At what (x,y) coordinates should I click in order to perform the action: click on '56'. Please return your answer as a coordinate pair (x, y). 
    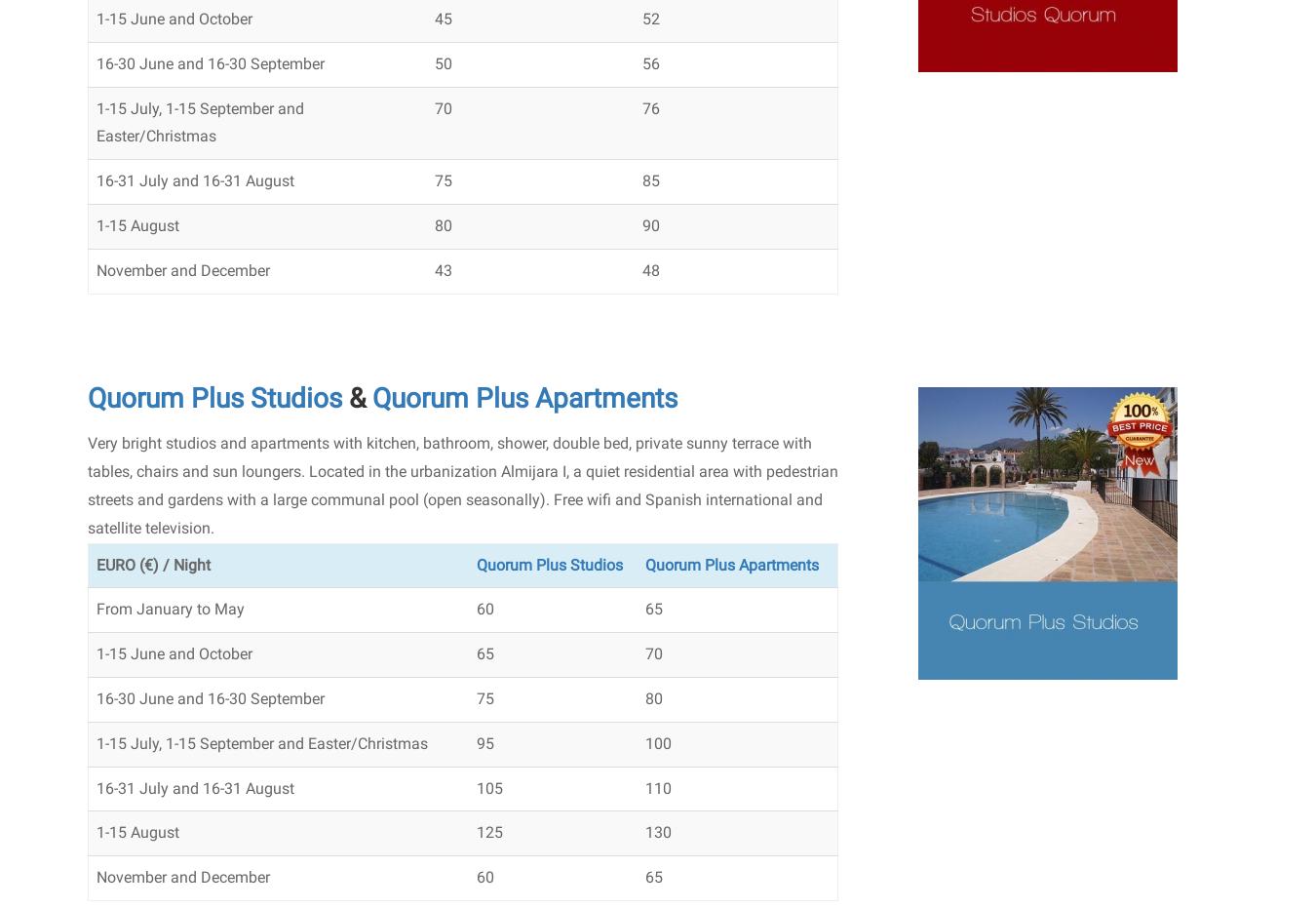
    Looking at the image, I should click on (640, 61).